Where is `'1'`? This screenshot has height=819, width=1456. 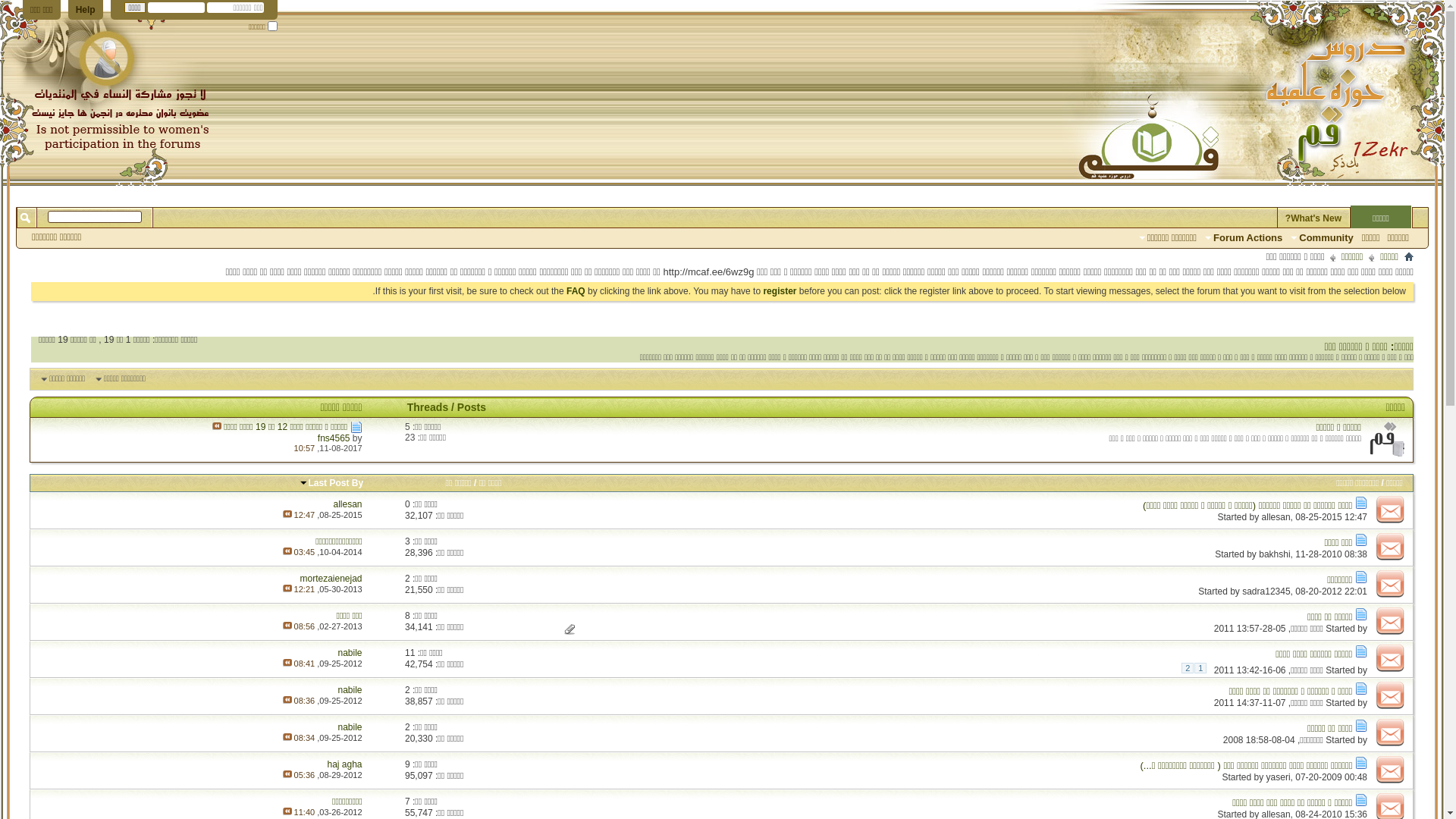
'1' is located at coordinates (1194, 667).